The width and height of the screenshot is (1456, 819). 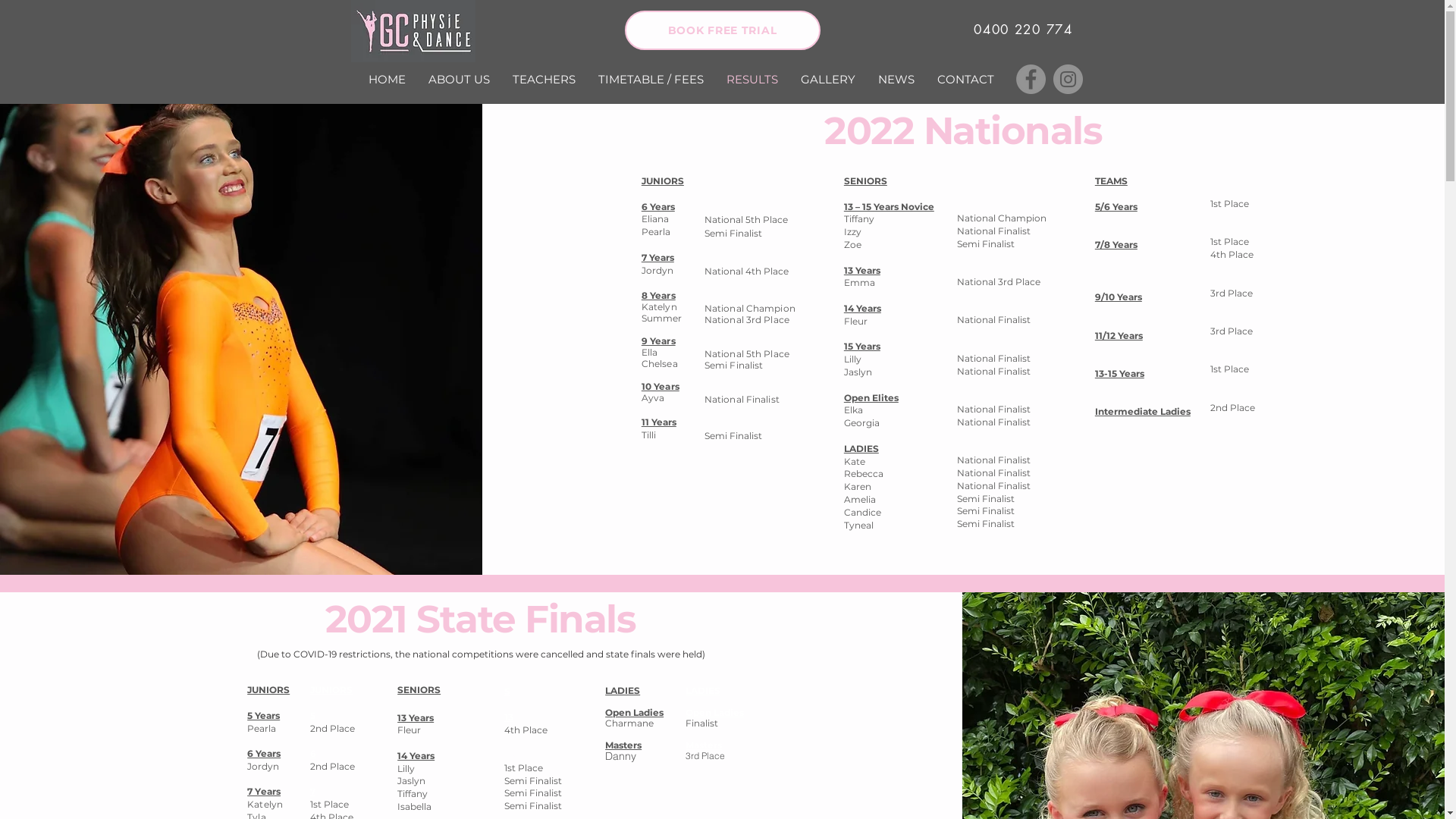 What do you see at coordinates (964, 79) in the screenshot?
I see `'CONTACT'` at bounding box center [964, 79].